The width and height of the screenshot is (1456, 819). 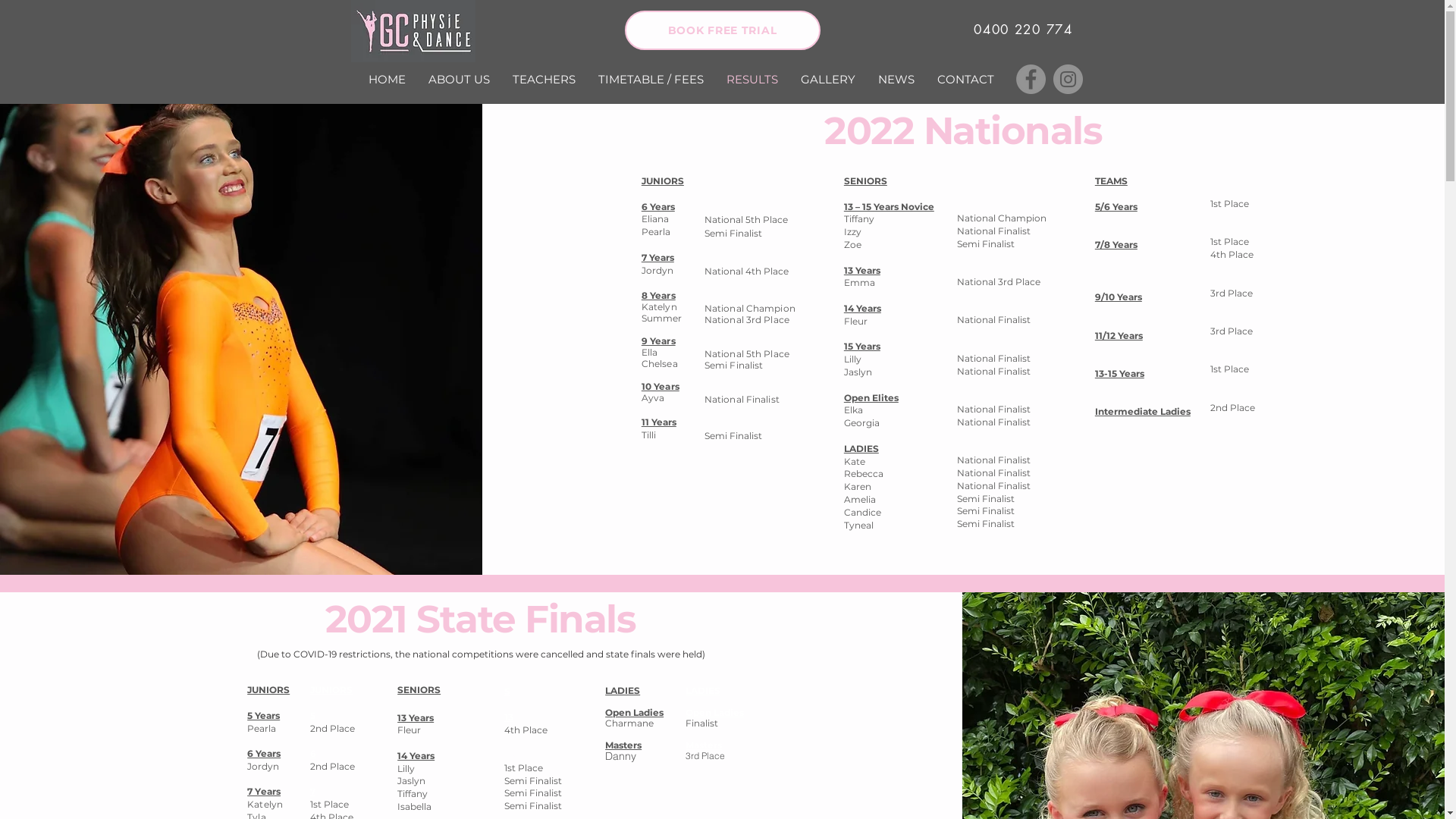 What do you see at coordinates (964, 79) in the screenshot?
I see `'CONTACT'` at bounding box center [964, 79].